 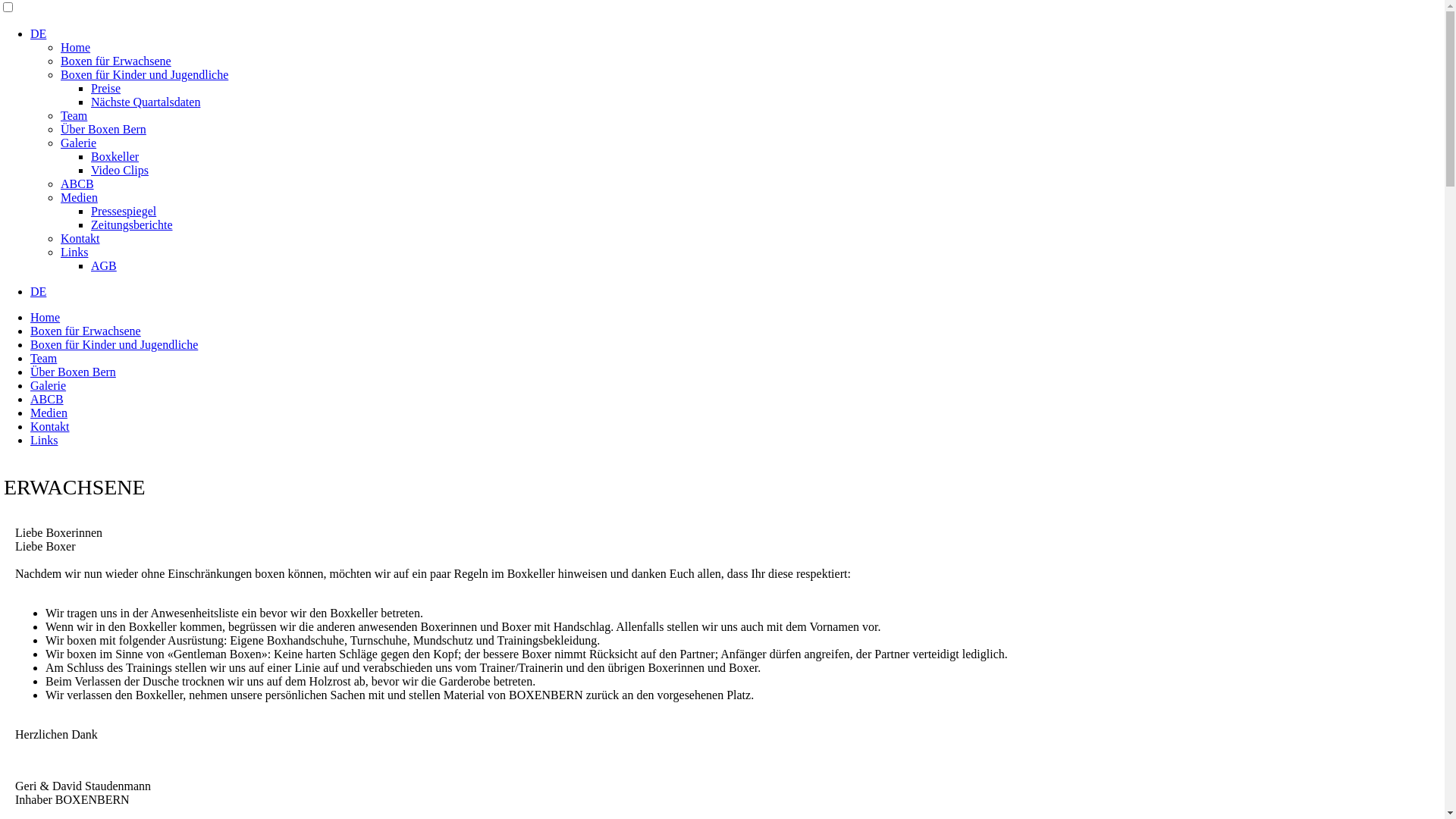 What do you see at coordinates (76, 183) in the screenshot?
I see `'ABCB'` at bounding box center [76, 183].